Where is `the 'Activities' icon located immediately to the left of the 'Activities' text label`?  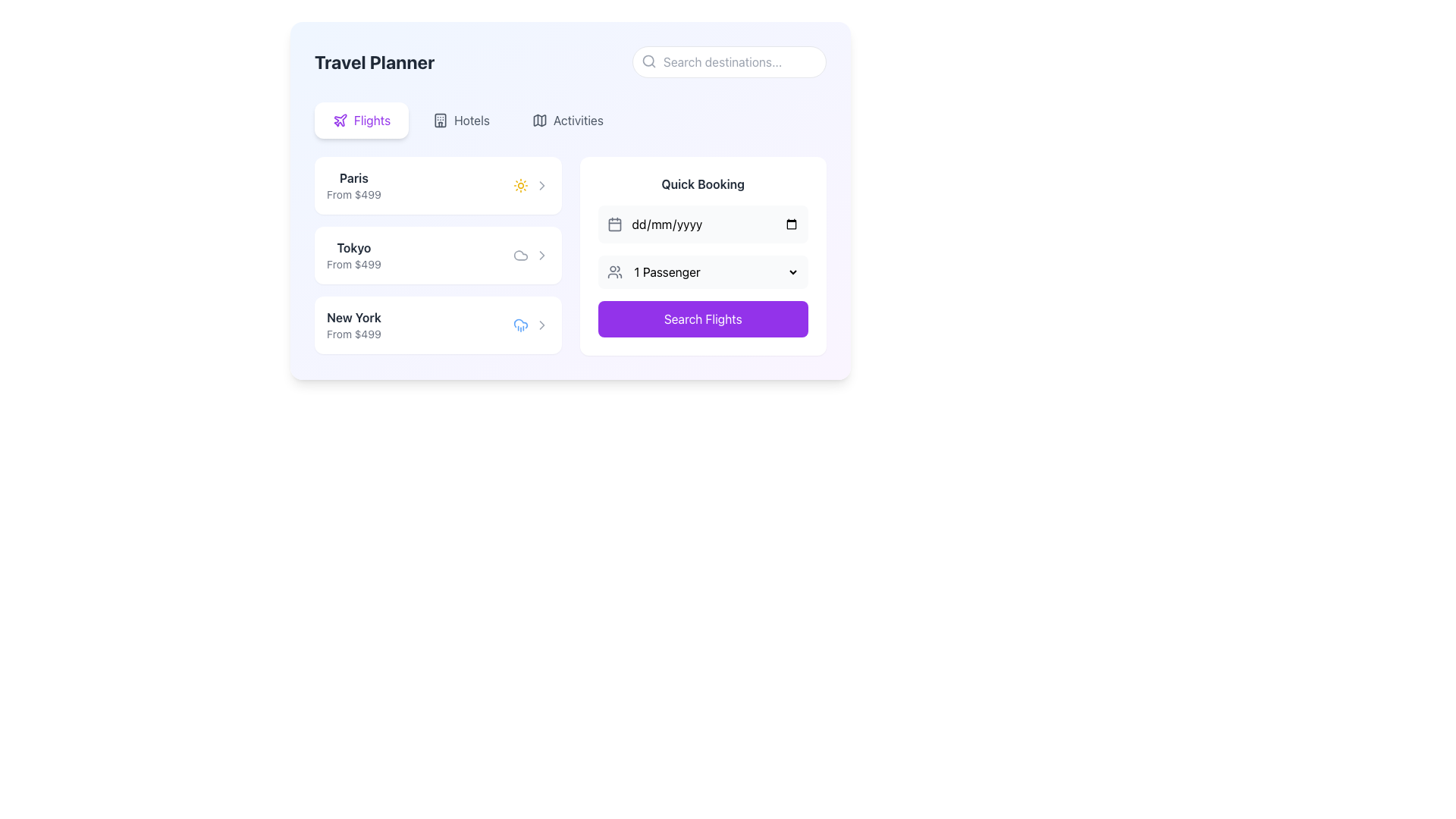 the 'Activities' icon located immediately to the left of the 'Activities' text label is located at coordinates (539, 119).